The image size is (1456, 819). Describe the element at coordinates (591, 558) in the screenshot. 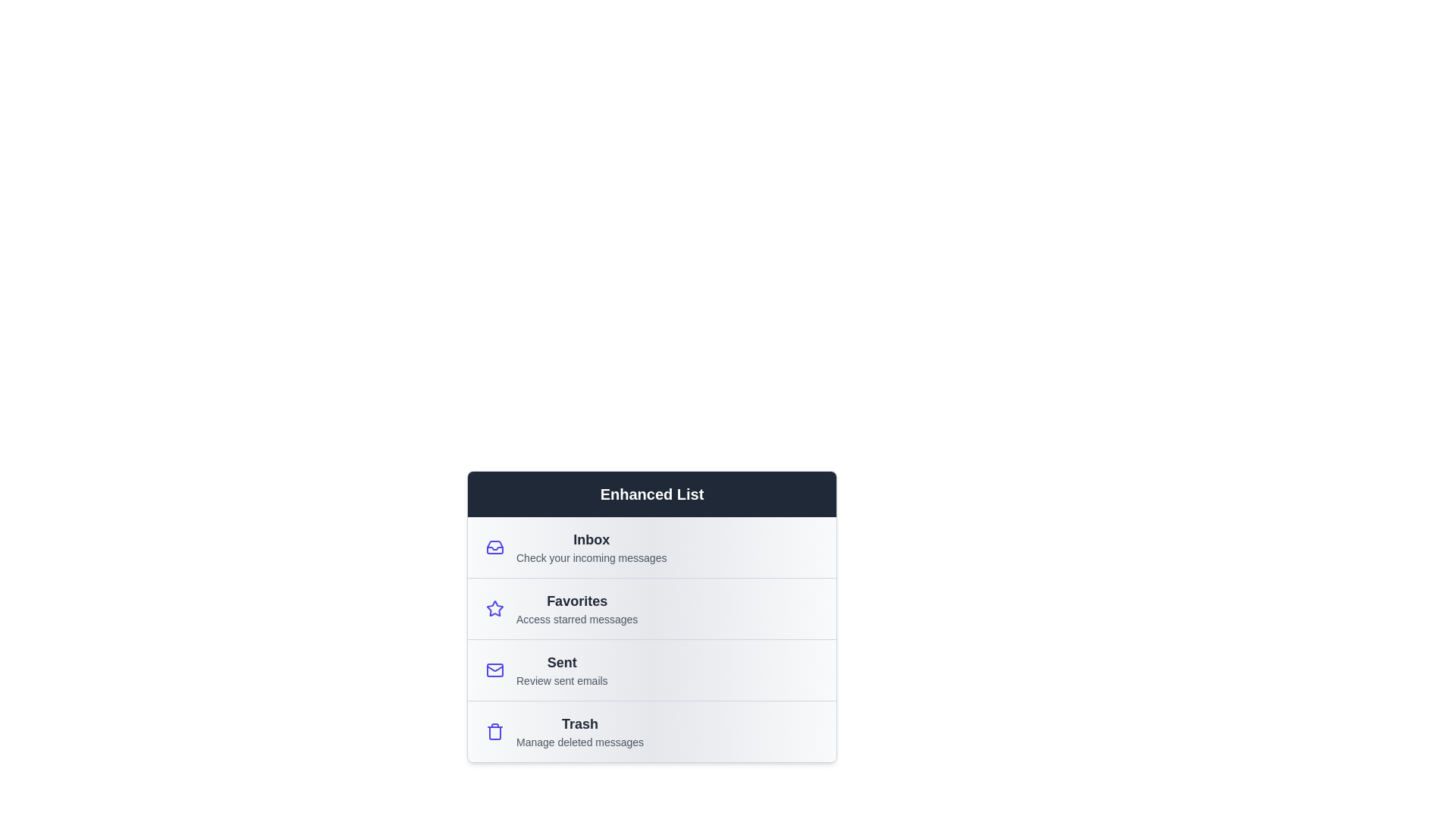

I see `supplementary description text located beneath the 'Inbox' label in the first item of the vertically arranged navigation menu` at that location.